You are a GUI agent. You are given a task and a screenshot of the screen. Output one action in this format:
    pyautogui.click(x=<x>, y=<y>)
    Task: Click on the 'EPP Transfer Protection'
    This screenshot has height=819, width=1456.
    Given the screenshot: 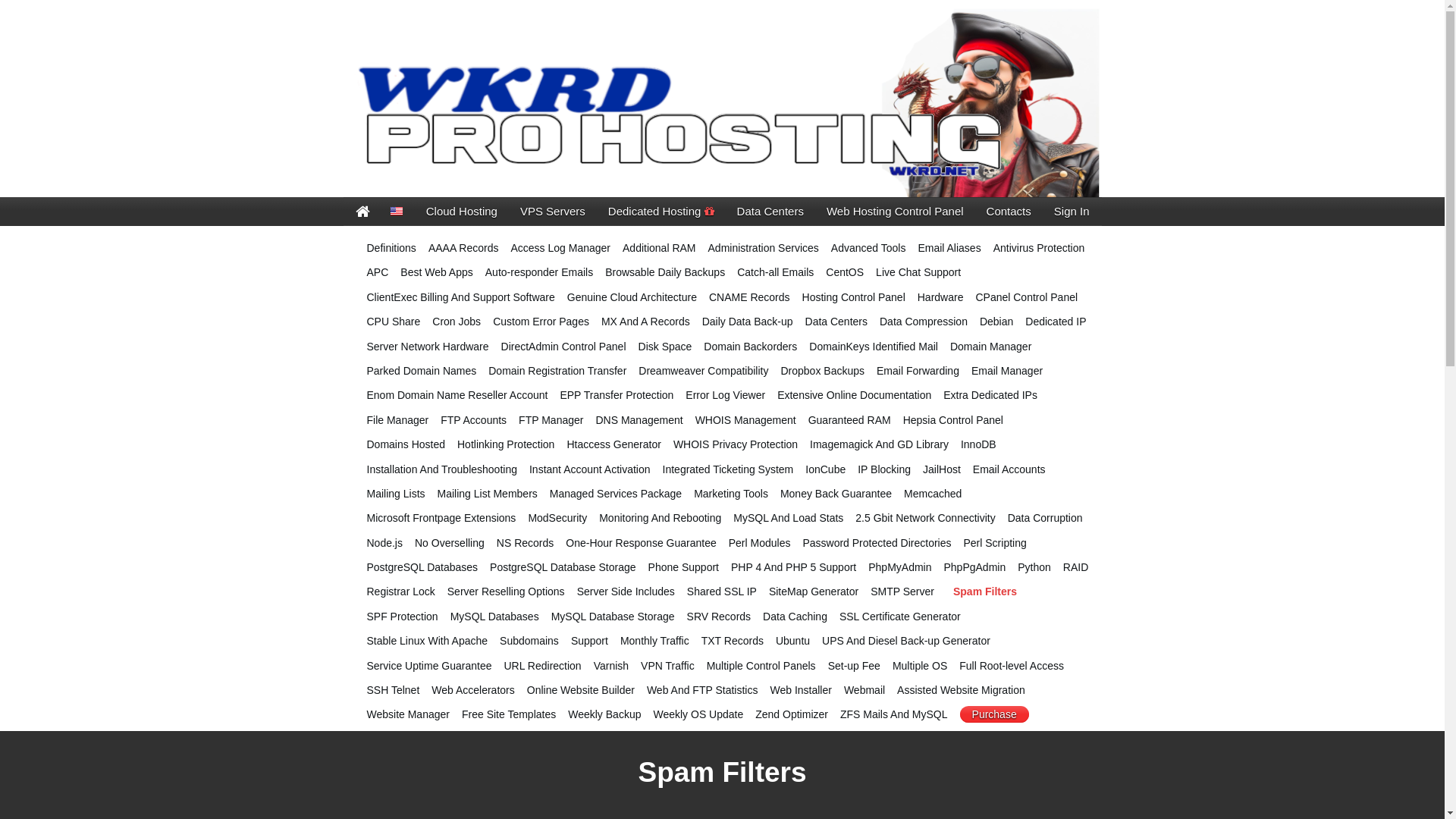 What is the action you would take?
    pyautogui.click(x=616, y=394)
    